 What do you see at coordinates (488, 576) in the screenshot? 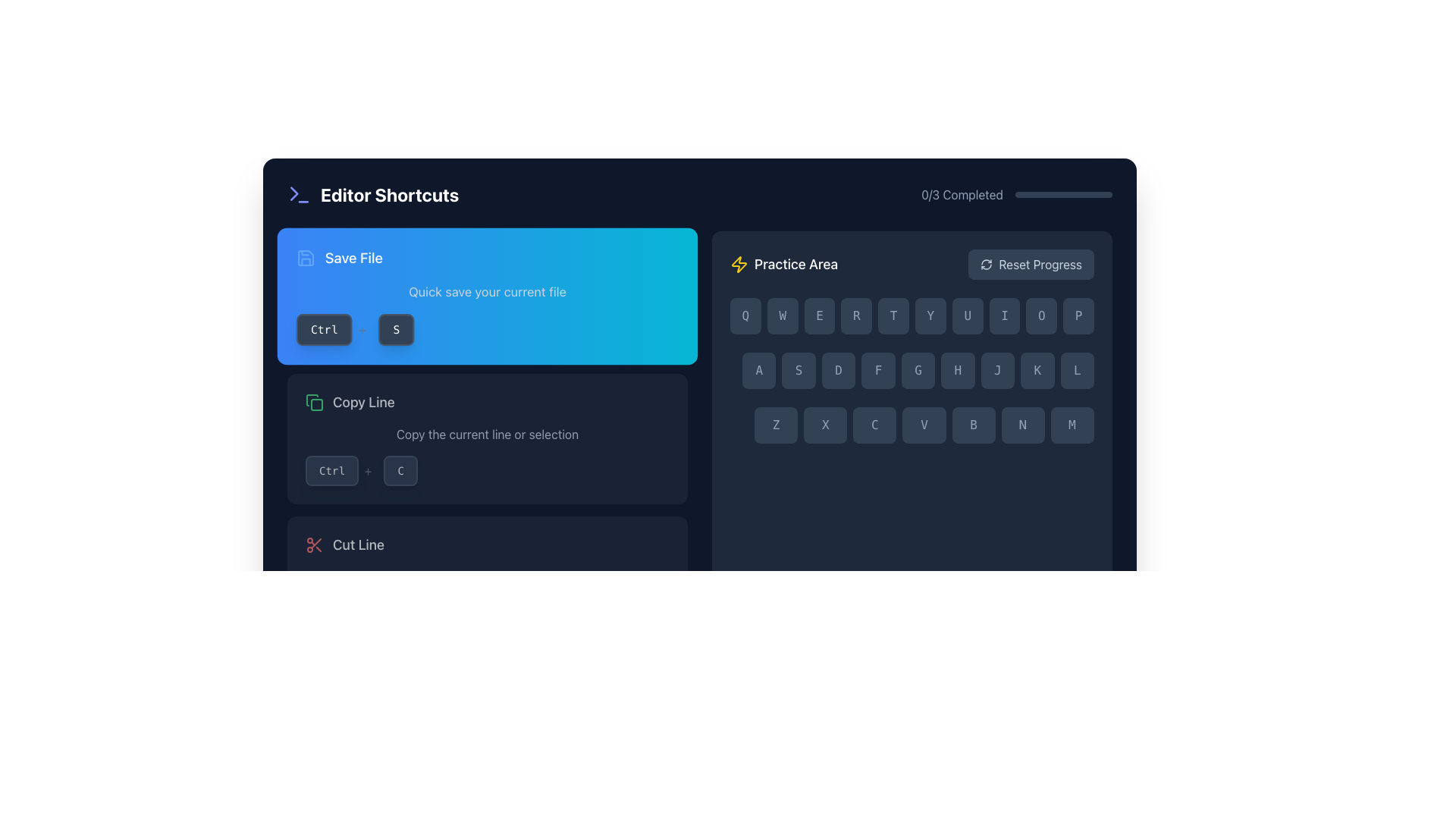
I see `the informative text that says 'Cut the current line or selection', which is styled in light gray and located below the heading 'Cut Line'` at bounding box center [488, 576].